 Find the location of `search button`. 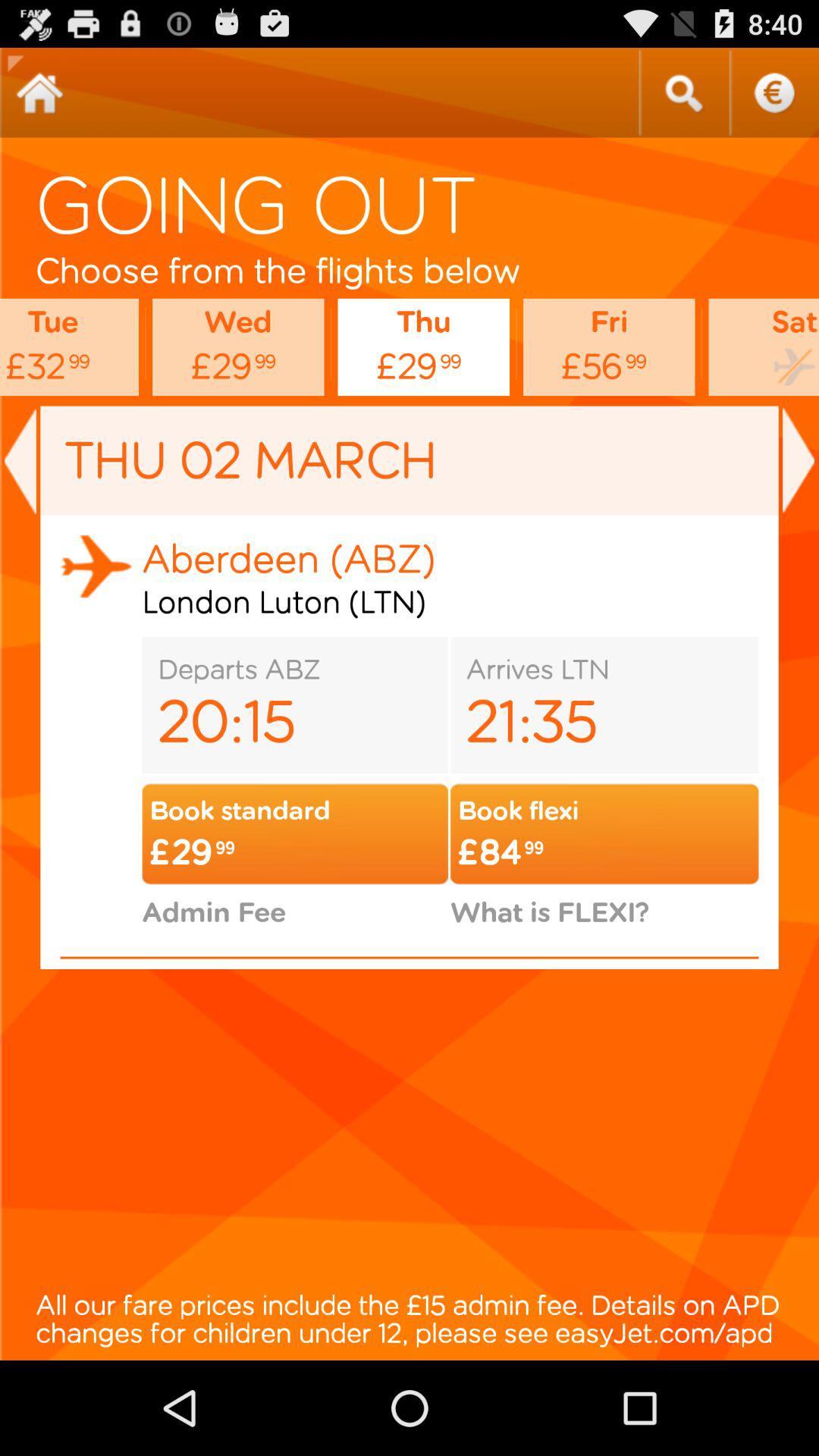

search button is located at coordinates (683, 92).